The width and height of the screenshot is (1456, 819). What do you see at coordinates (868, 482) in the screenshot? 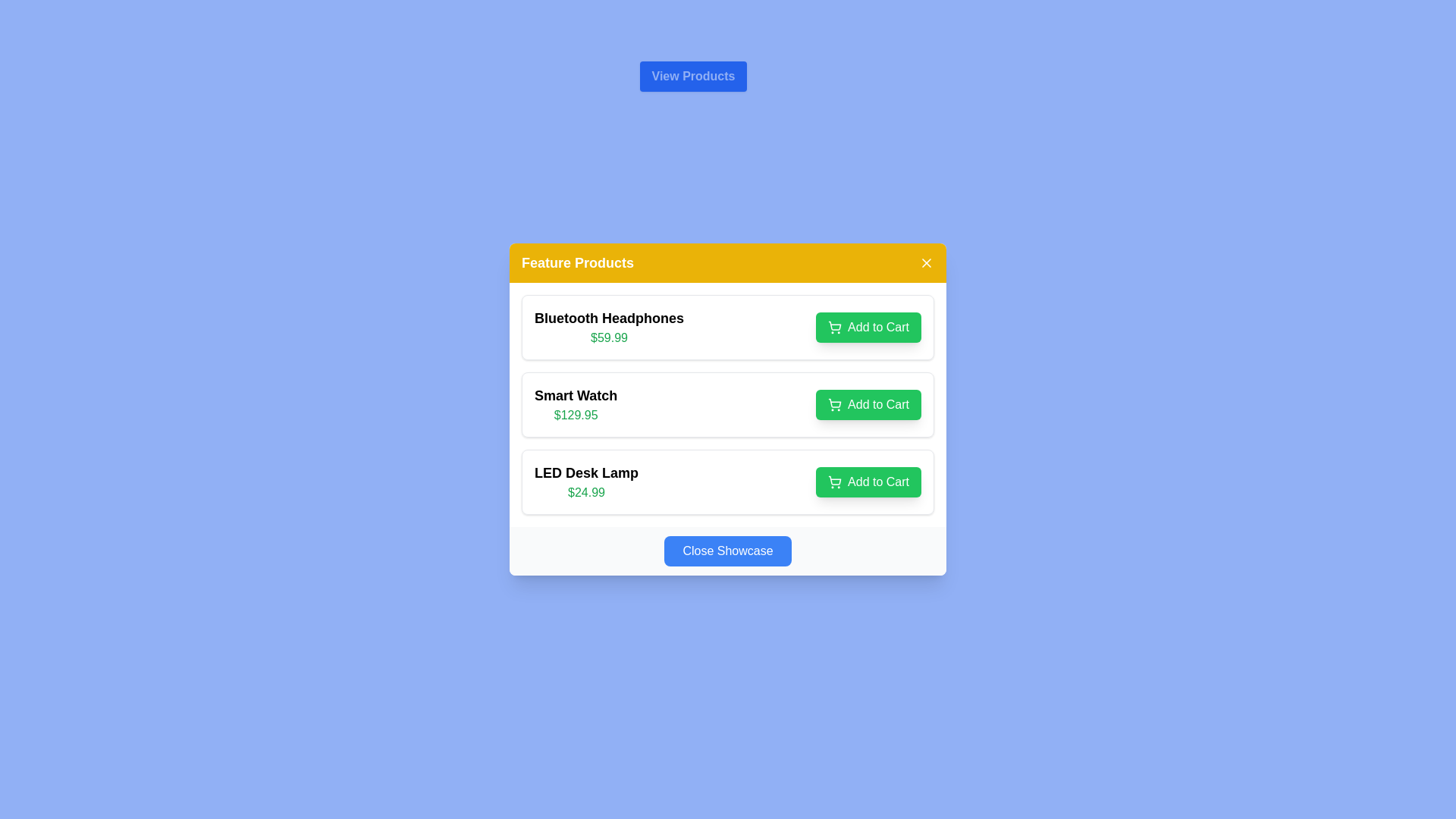
I see `the green 'Add to Cart' button with rounded edges located in the lower-right corner of the 'LED Desk Lamp' product entry` at bounding box center [868, 482].